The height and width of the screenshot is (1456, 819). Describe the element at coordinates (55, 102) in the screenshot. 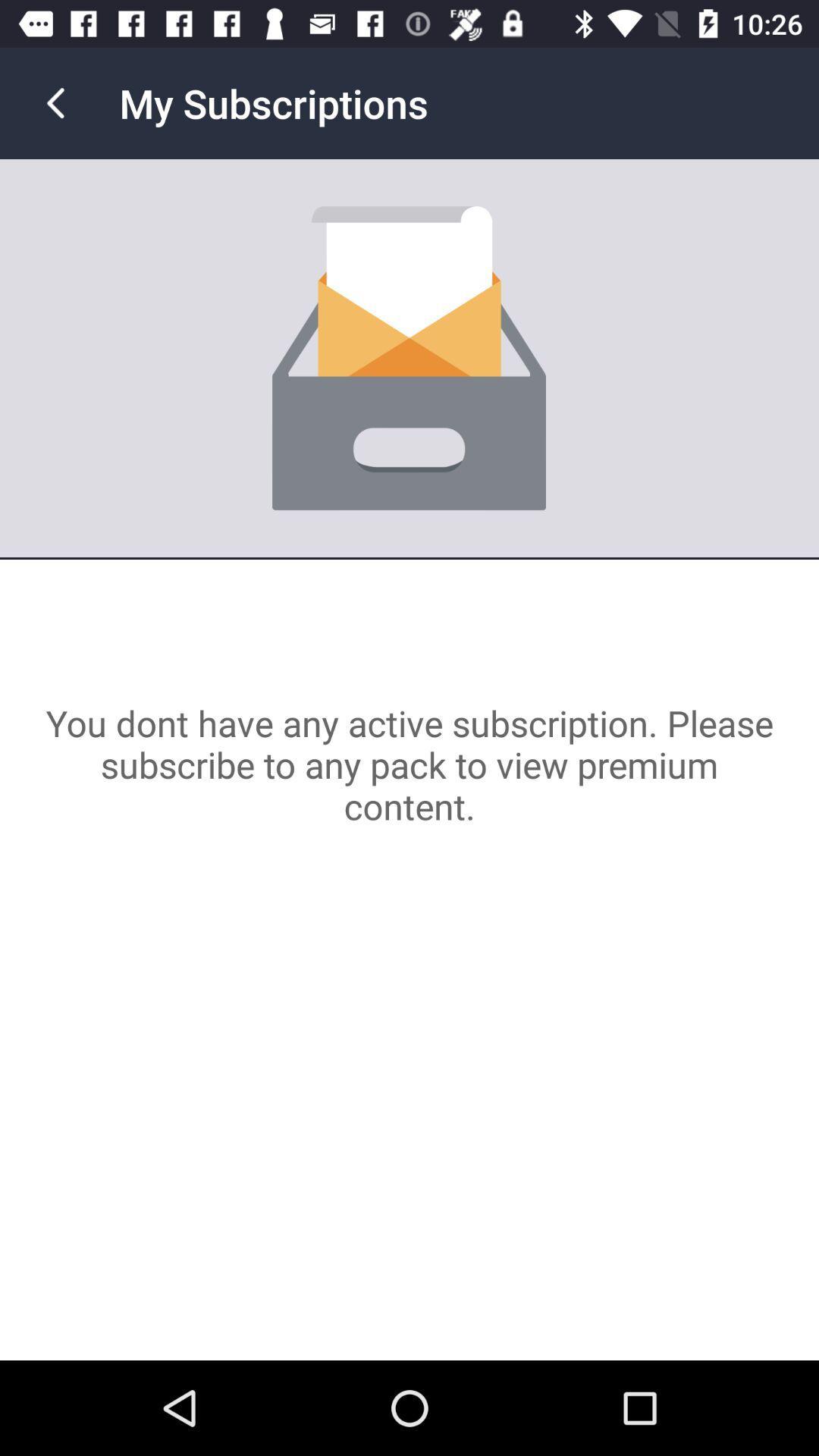

I see `app next to my subscriptions item` at that location.